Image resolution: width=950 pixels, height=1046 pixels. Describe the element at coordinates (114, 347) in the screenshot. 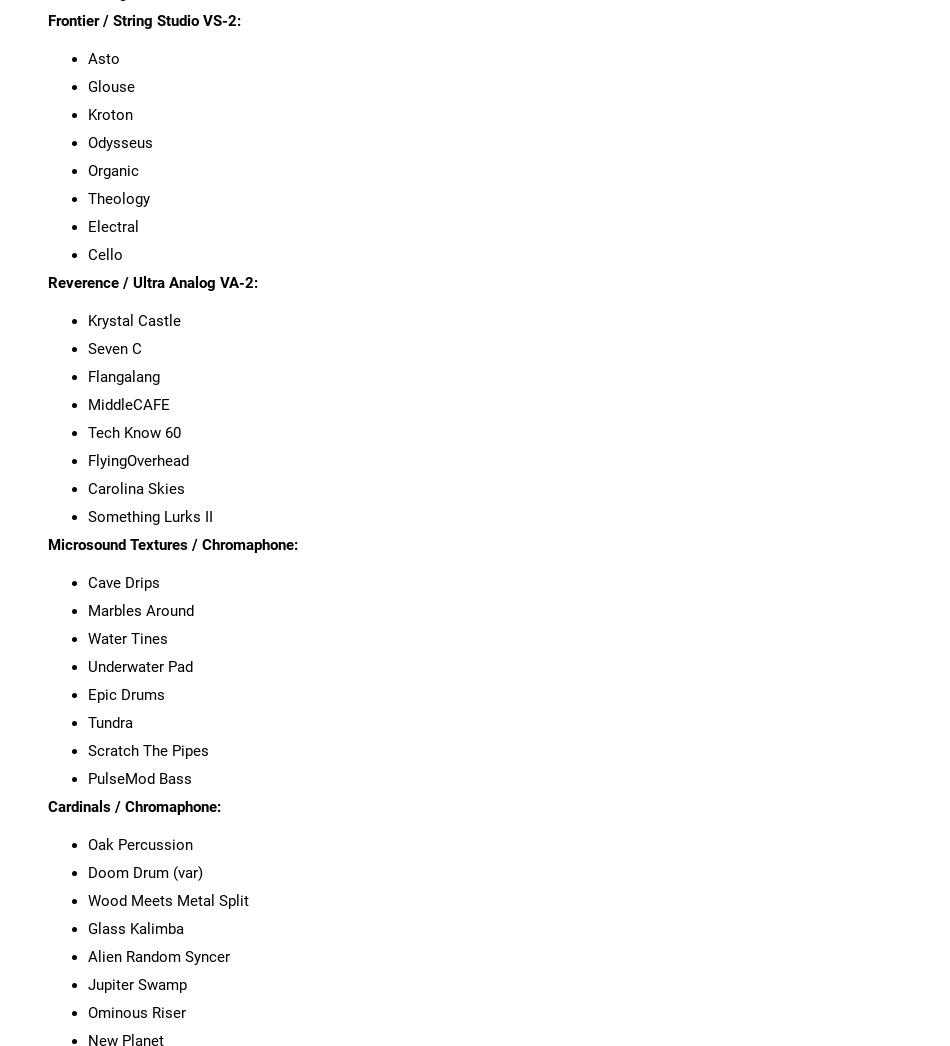

I see `'Seven C'` at that location.